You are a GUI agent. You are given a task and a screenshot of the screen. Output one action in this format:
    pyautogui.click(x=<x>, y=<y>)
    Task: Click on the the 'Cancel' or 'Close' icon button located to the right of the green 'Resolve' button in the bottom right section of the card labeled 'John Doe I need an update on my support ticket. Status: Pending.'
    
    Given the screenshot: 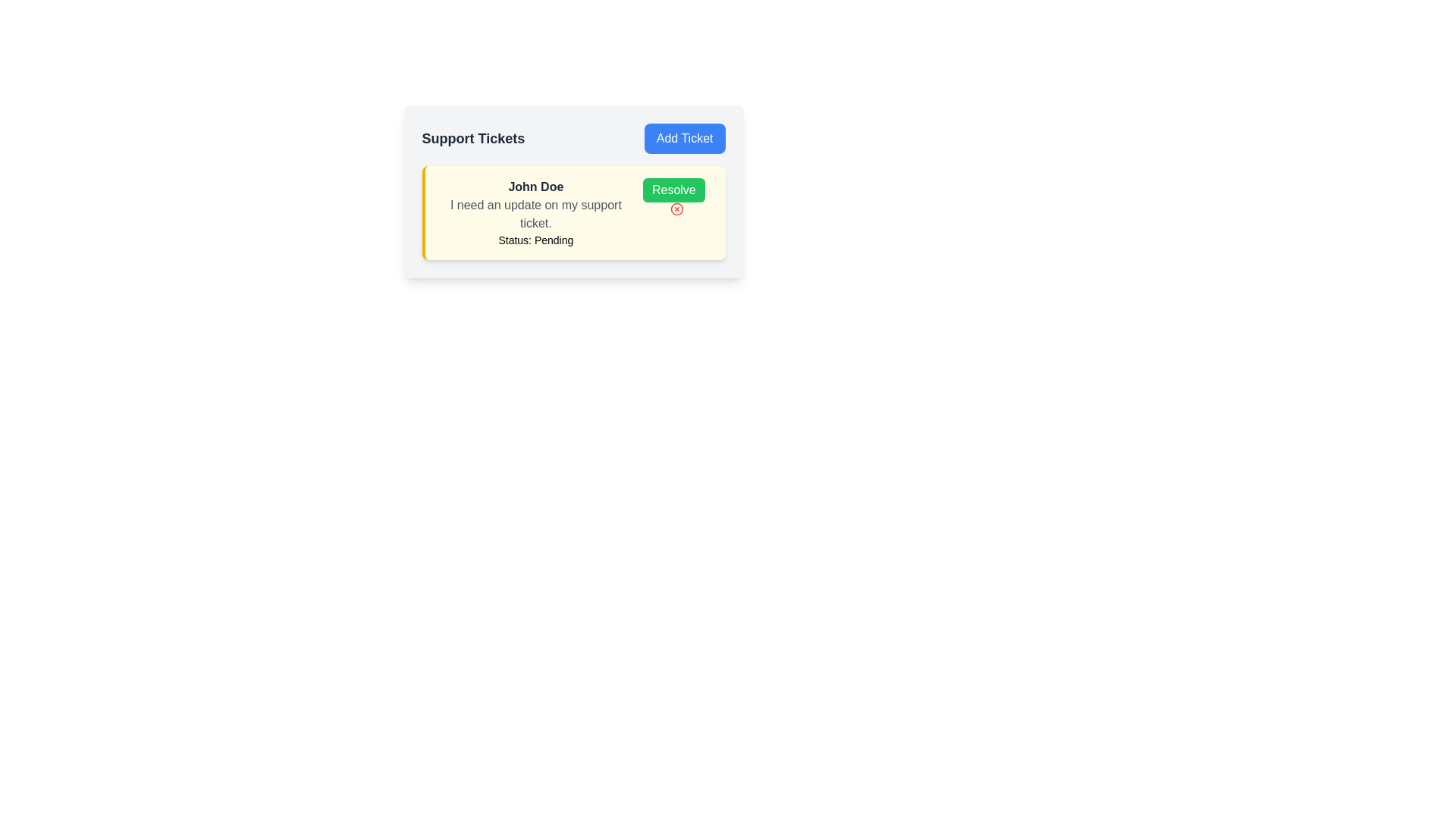 What is the action you would take?
    pyautogui.click(x=676, y=209)
    